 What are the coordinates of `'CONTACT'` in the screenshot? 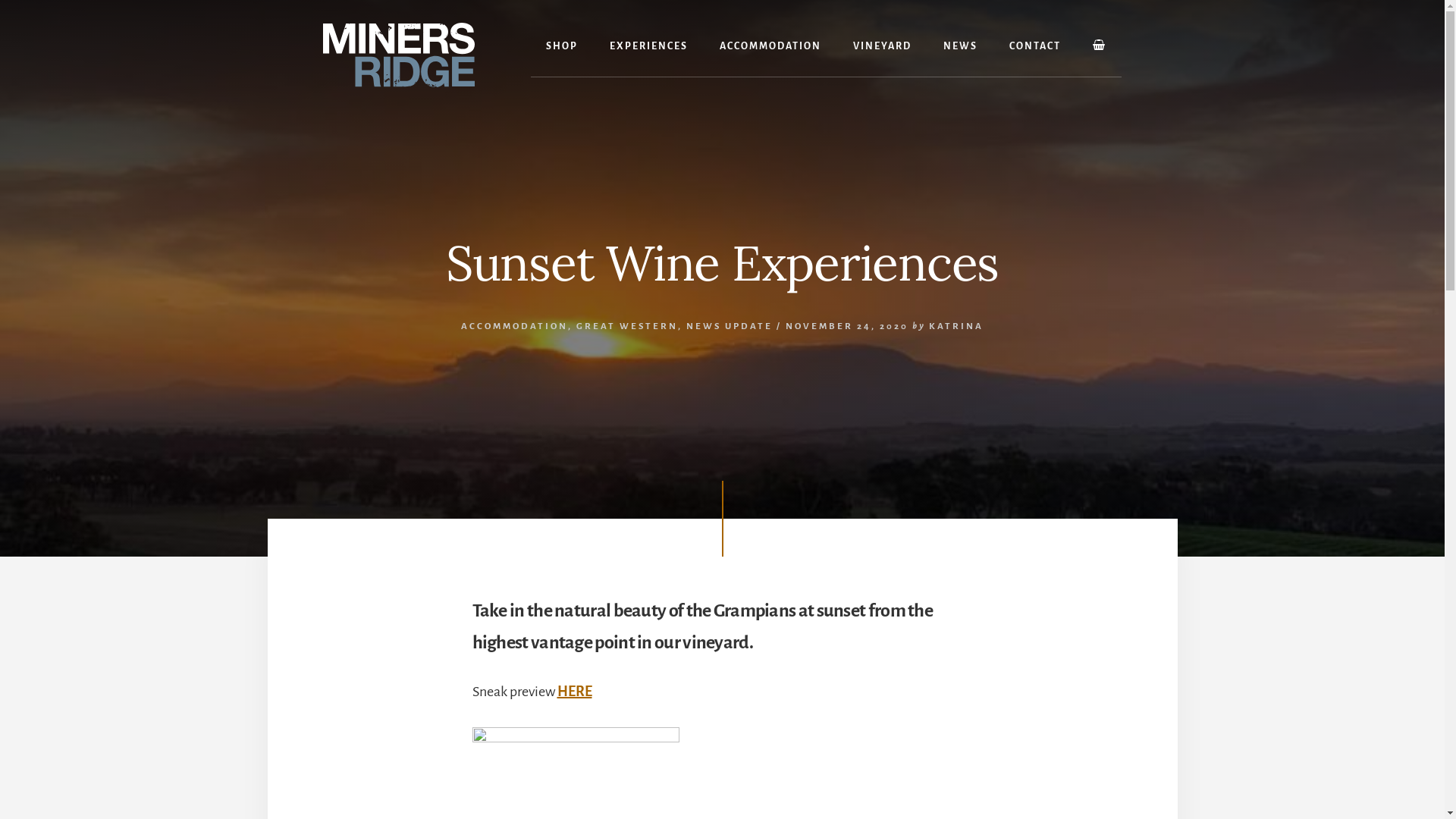 It's located at (993, 45).